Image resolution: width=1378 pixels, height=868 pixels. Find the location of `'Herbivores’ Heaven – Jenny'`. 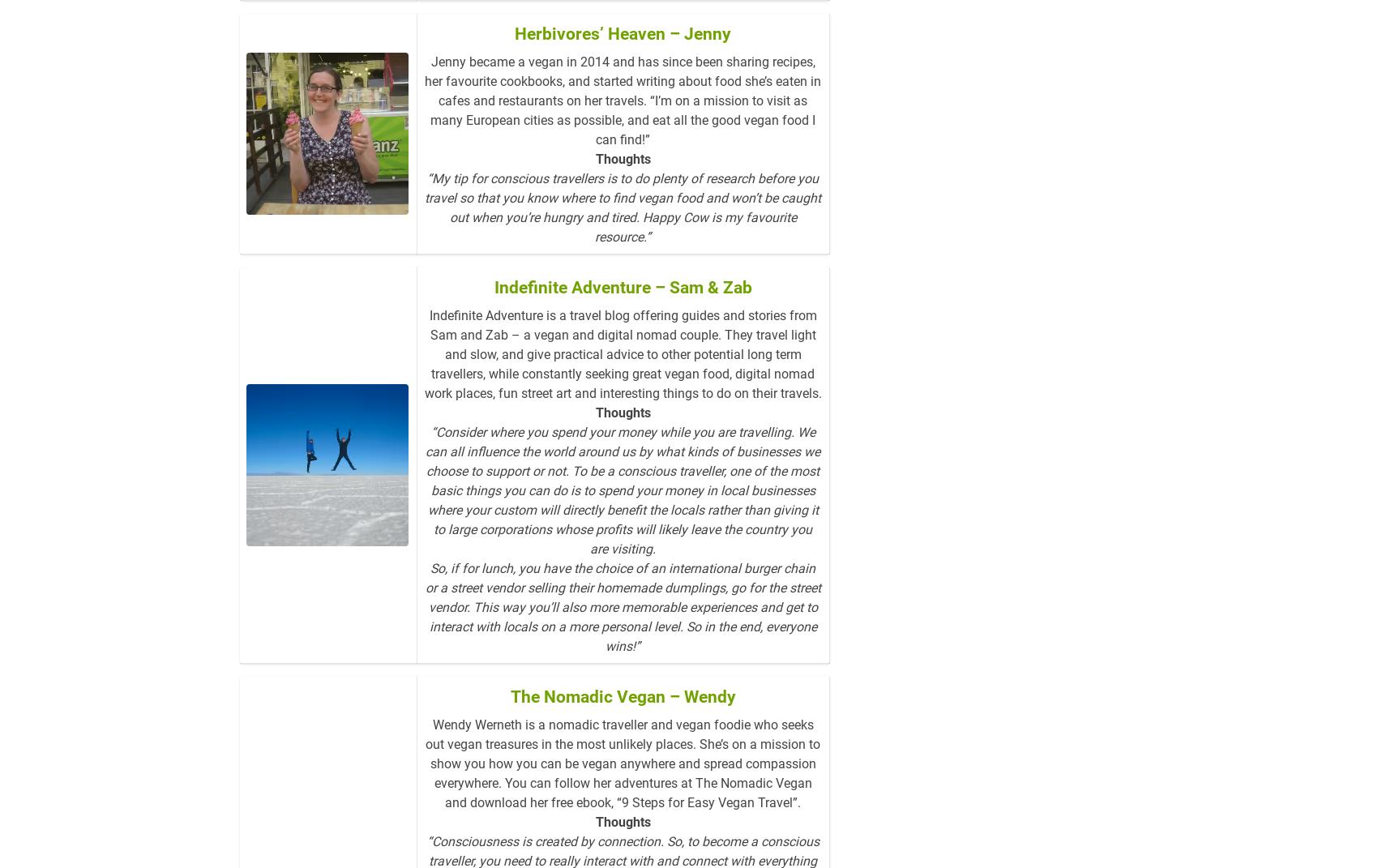

'Herbivores’ Heaven – Jenny' is located at coordinates (622, 58).